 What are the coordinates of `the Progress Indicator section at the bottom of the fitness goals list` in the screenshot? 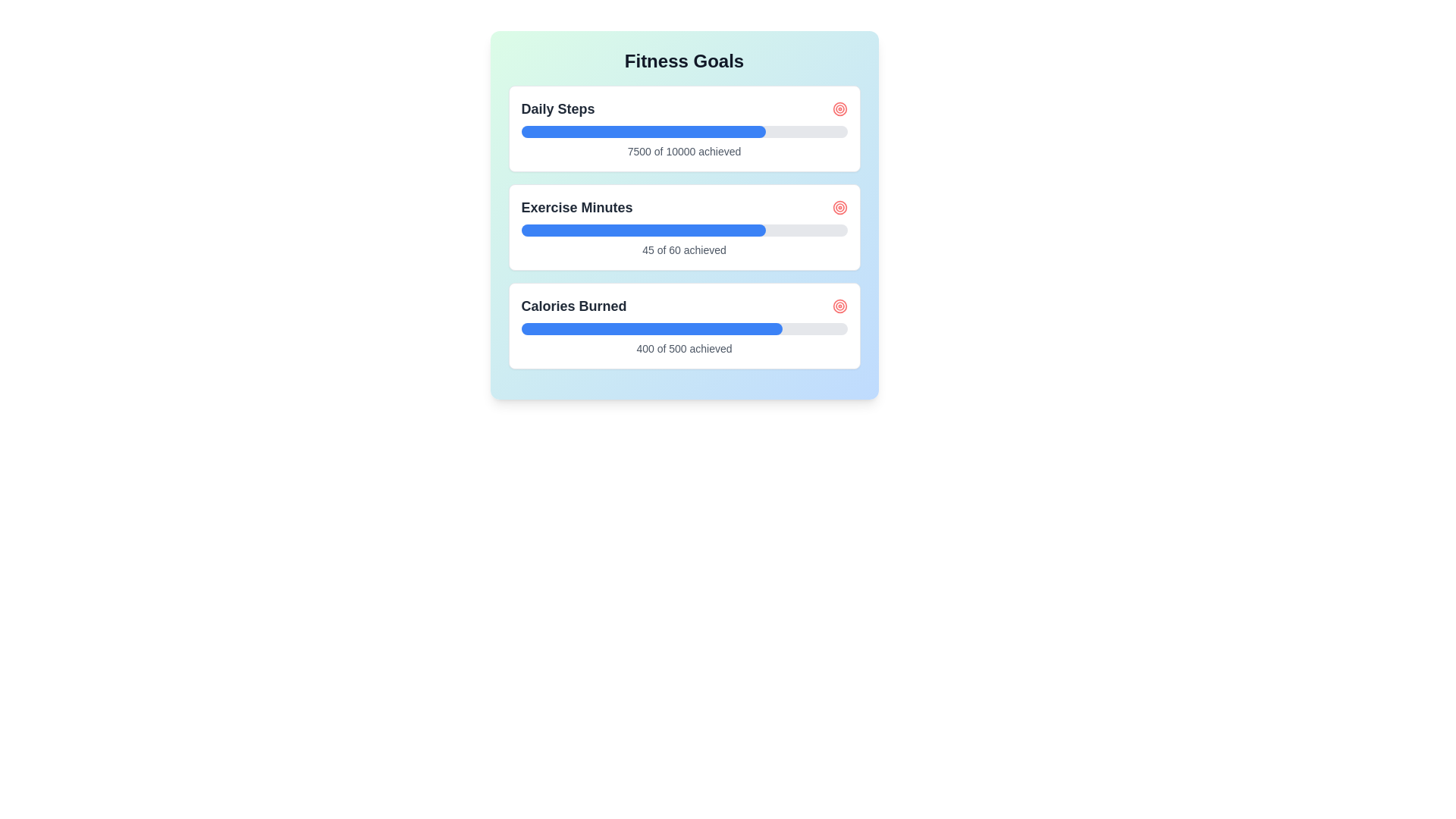 It's located at (683, 325).